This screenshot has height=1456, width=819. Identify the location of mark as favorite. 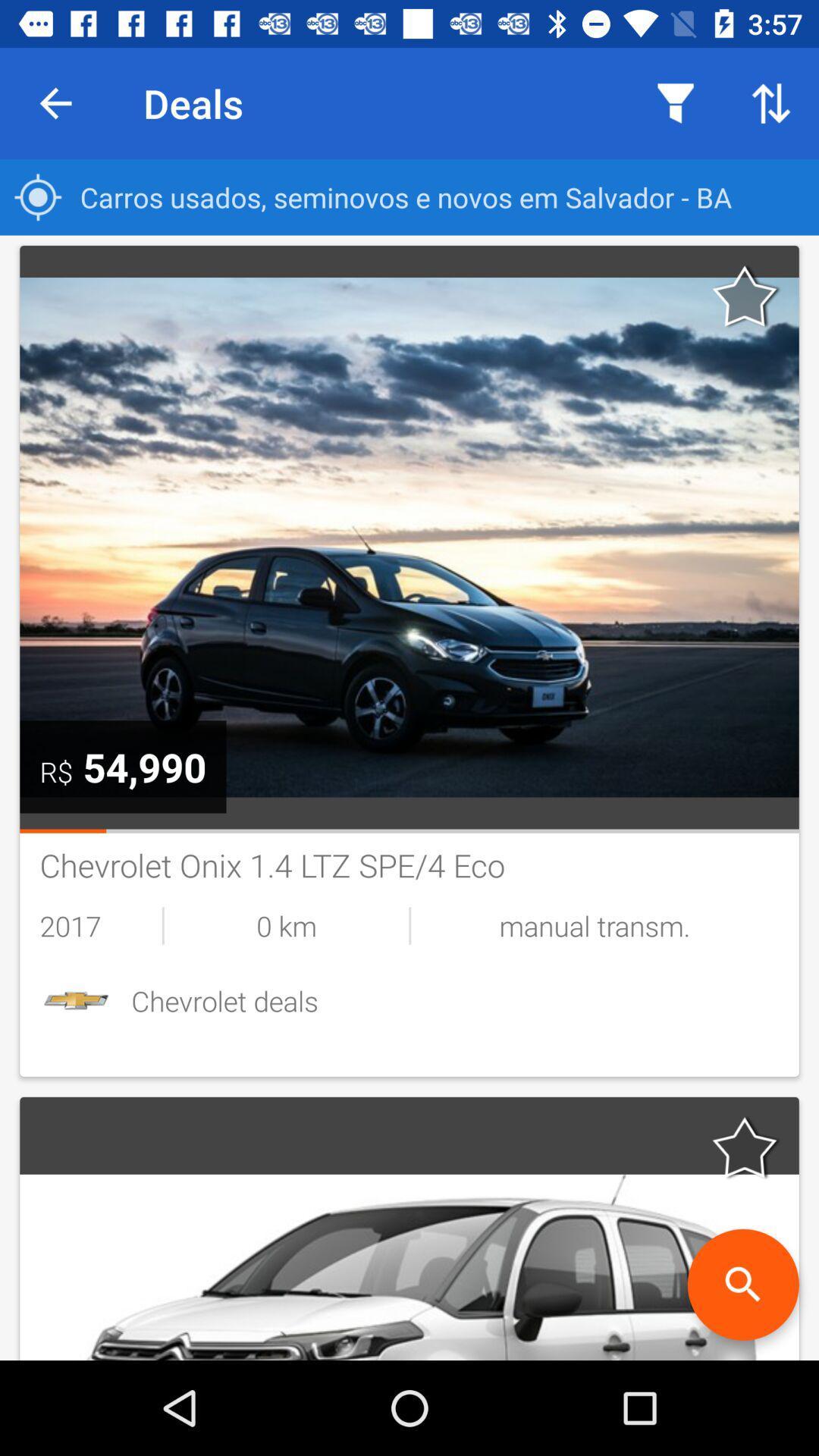
(745, 296).